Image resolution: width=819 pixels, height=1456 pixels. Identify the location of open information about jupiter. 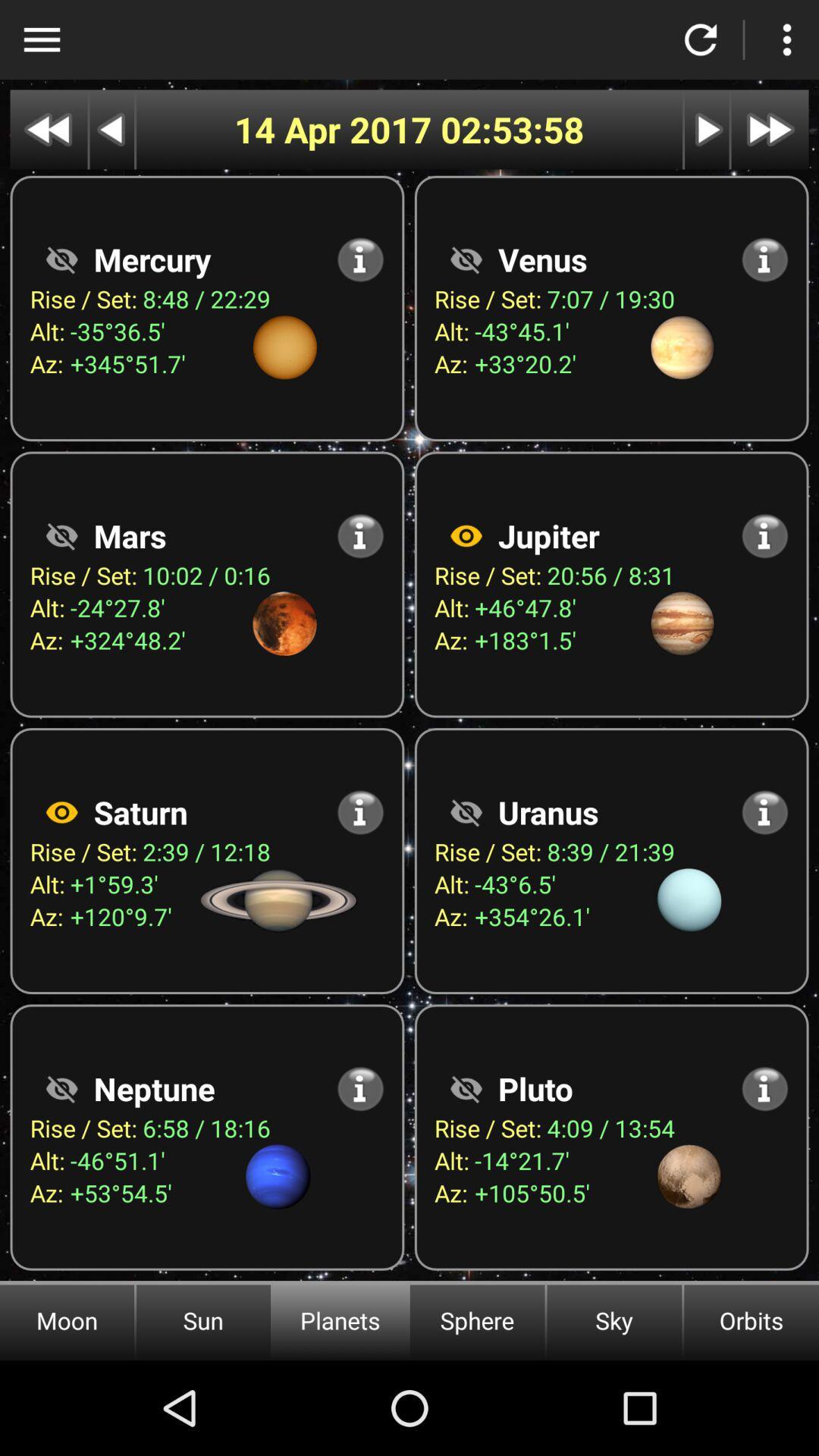
(764, 535).